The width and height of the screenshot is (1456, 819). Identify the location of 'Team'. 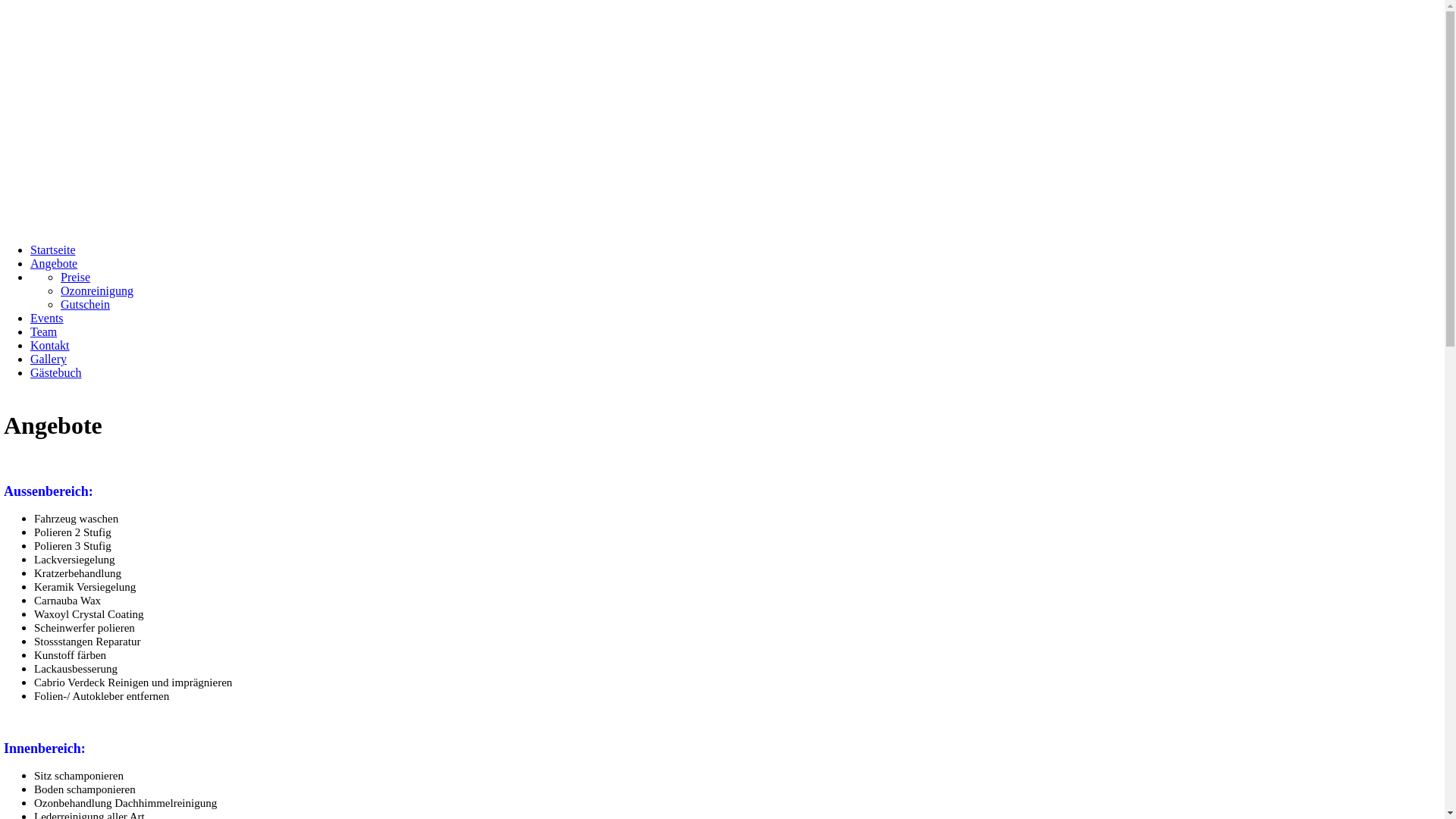
(43, 331).